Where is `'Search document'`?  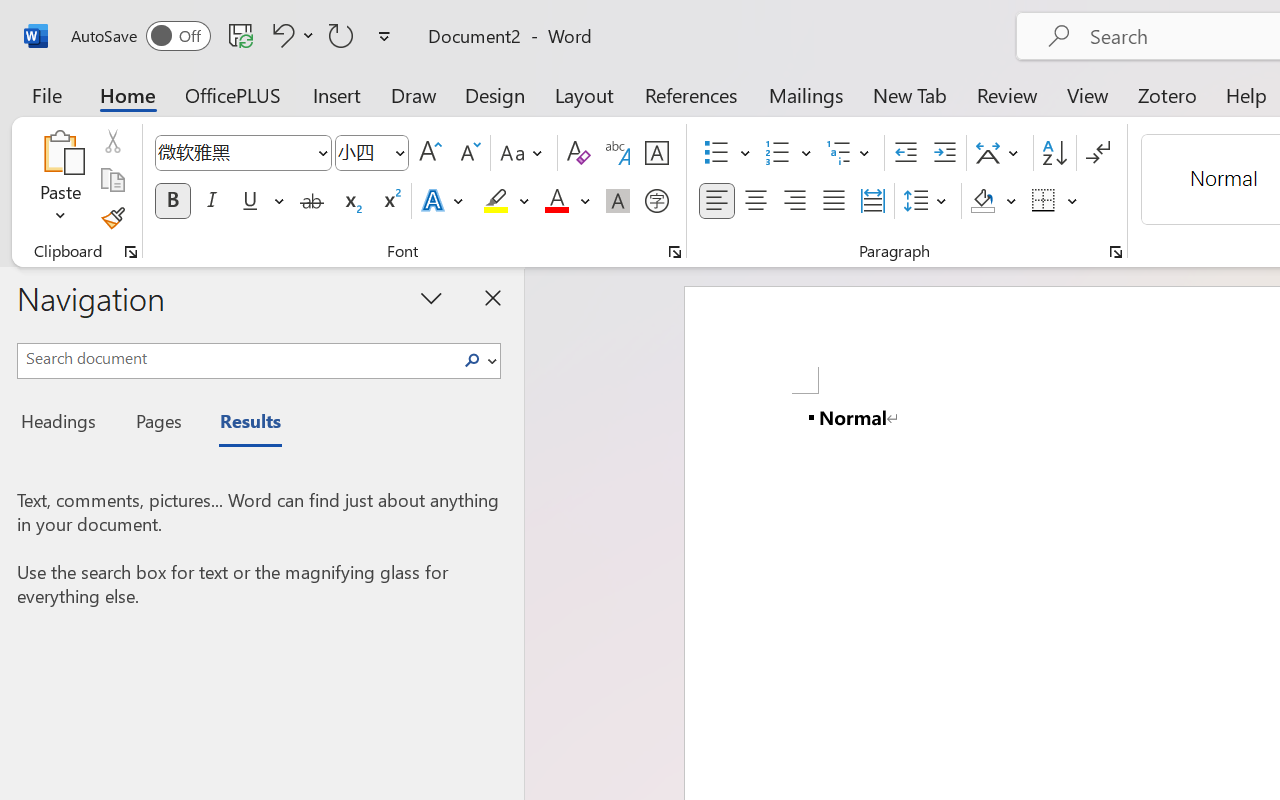
'Search document' is located at coordinates (237, 358).